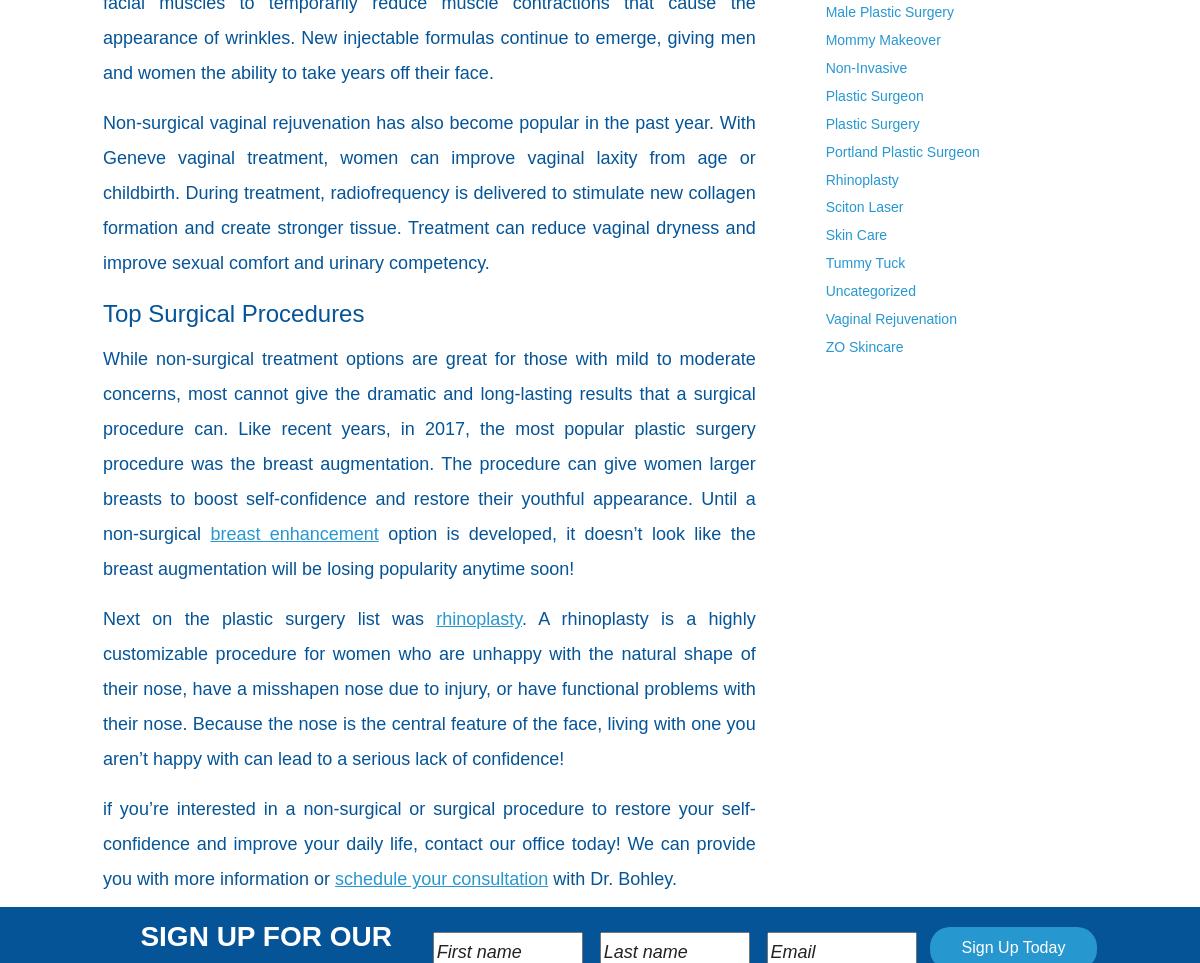 The height and width of the screenshot is (963, 1200). Describe the element at coordinates (335, 878) in the screenshot. I see `'schedule your consultation'` at that location.